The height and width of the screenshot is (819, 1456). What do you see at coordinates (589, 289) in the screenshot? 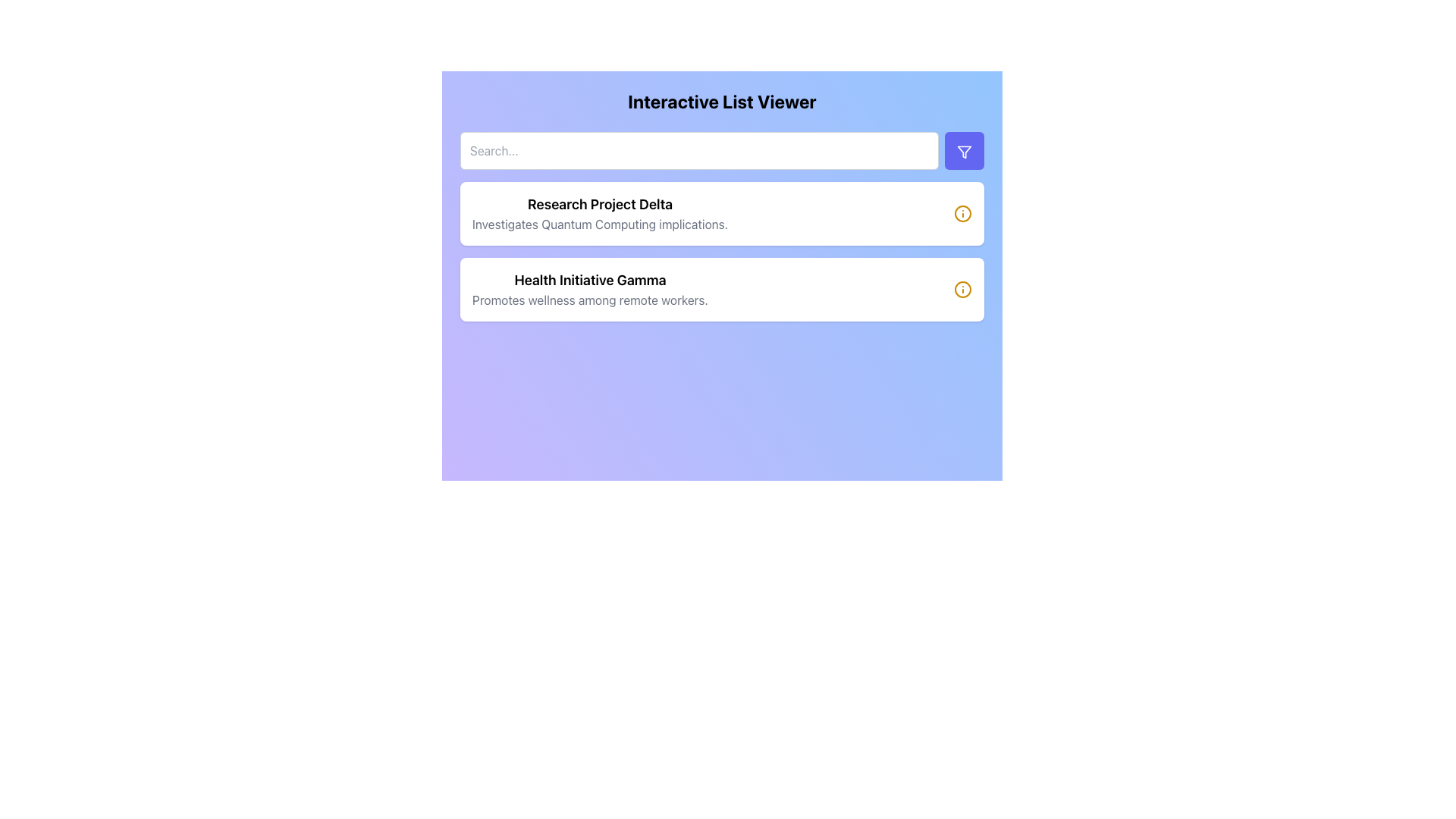
I see `text content from the text block titled 'Health Initiative Gamma' which displays the description 'Promotes wellness among remote workers.'` at bounding box center [589, 289].